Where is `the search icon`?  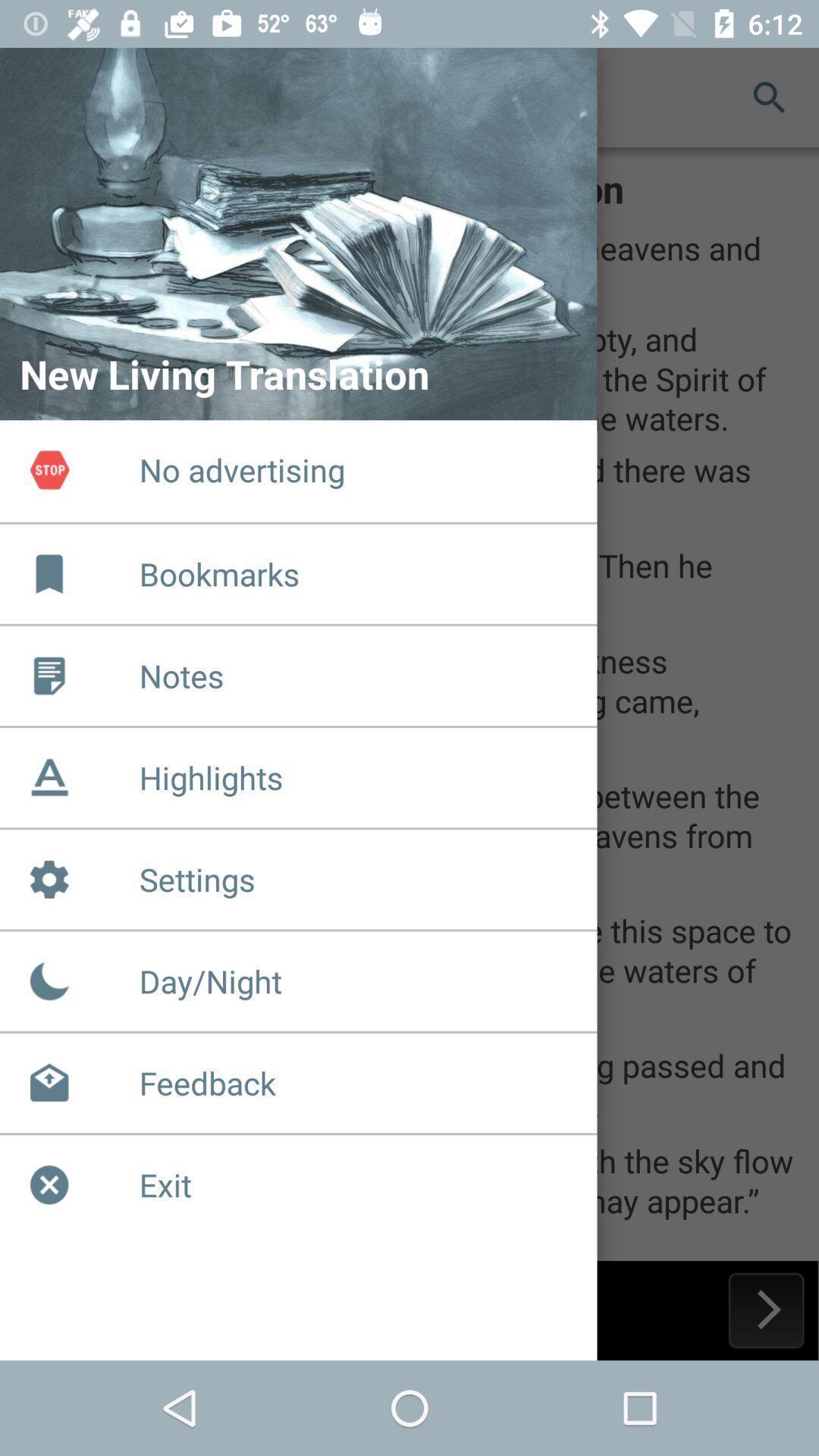 the search icon is located at coordinates (769, 96).